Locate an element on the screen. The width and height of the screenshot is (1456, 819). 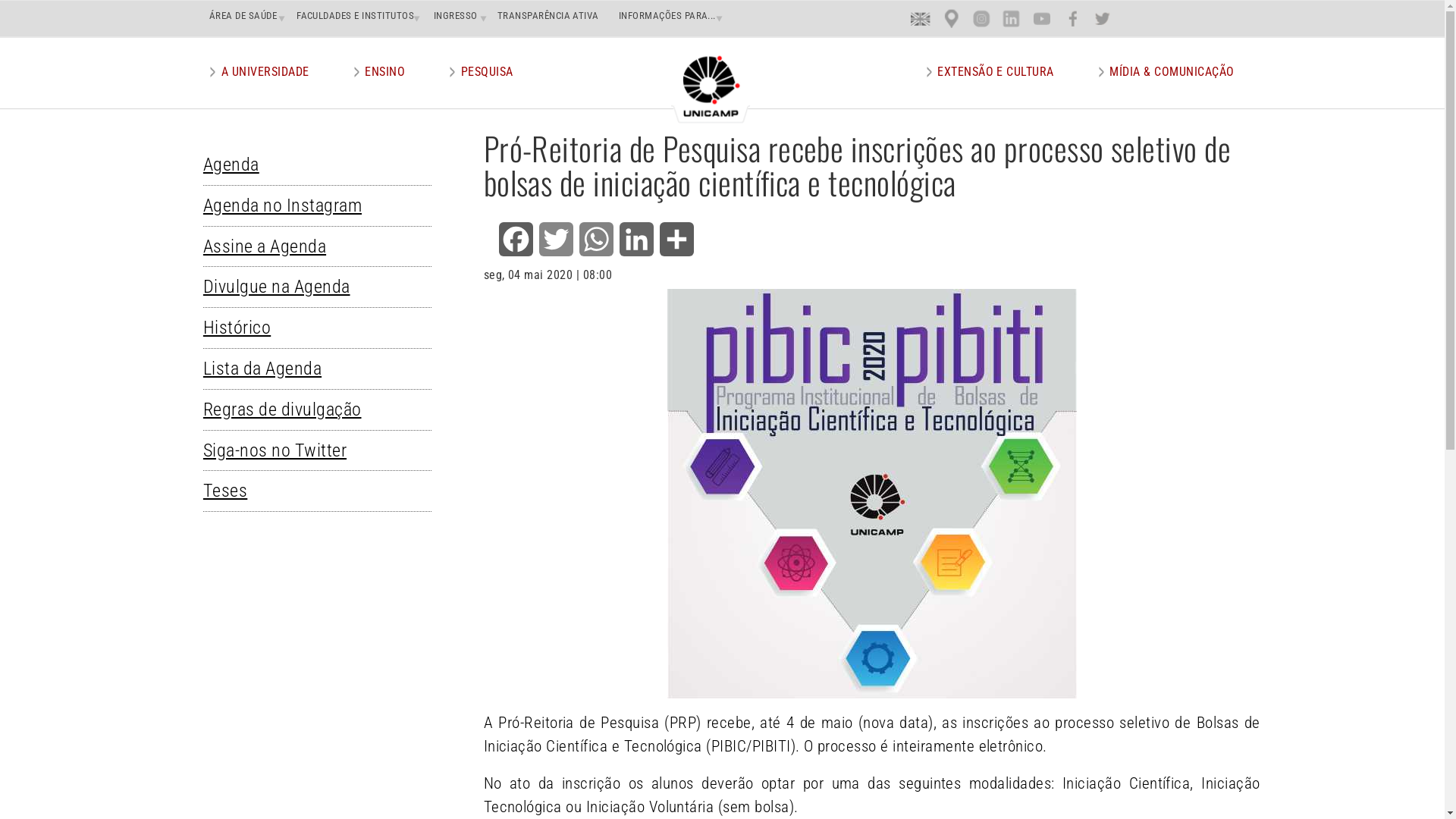
'Assine a Agenda' is located at coordinates (272, 245).